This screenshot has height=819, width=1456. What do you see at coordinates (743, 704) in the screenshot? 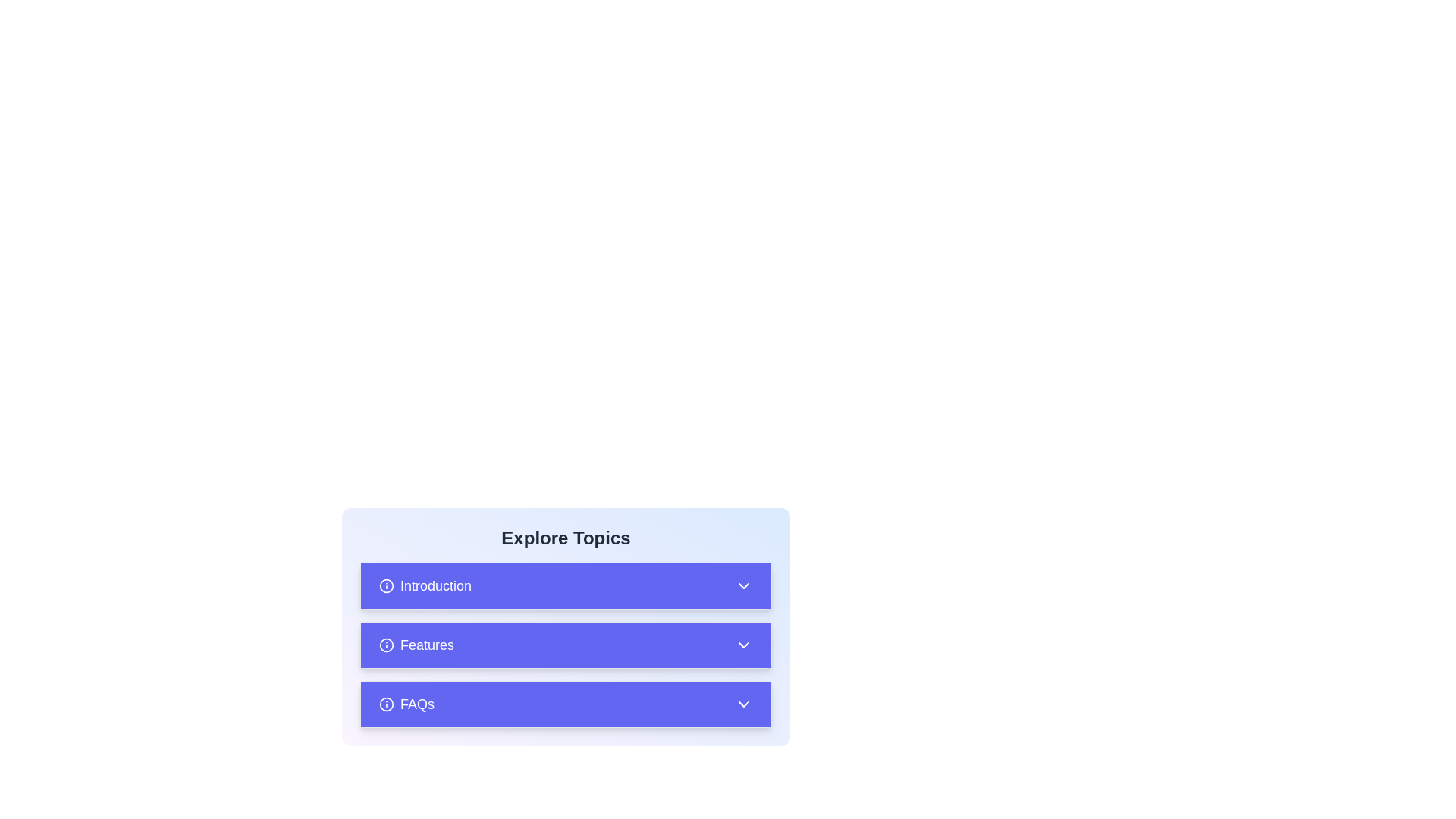
I see `the collapsible/expandable icon located on the right side of the 'FAQs' section` at bounding box center [743, 704].